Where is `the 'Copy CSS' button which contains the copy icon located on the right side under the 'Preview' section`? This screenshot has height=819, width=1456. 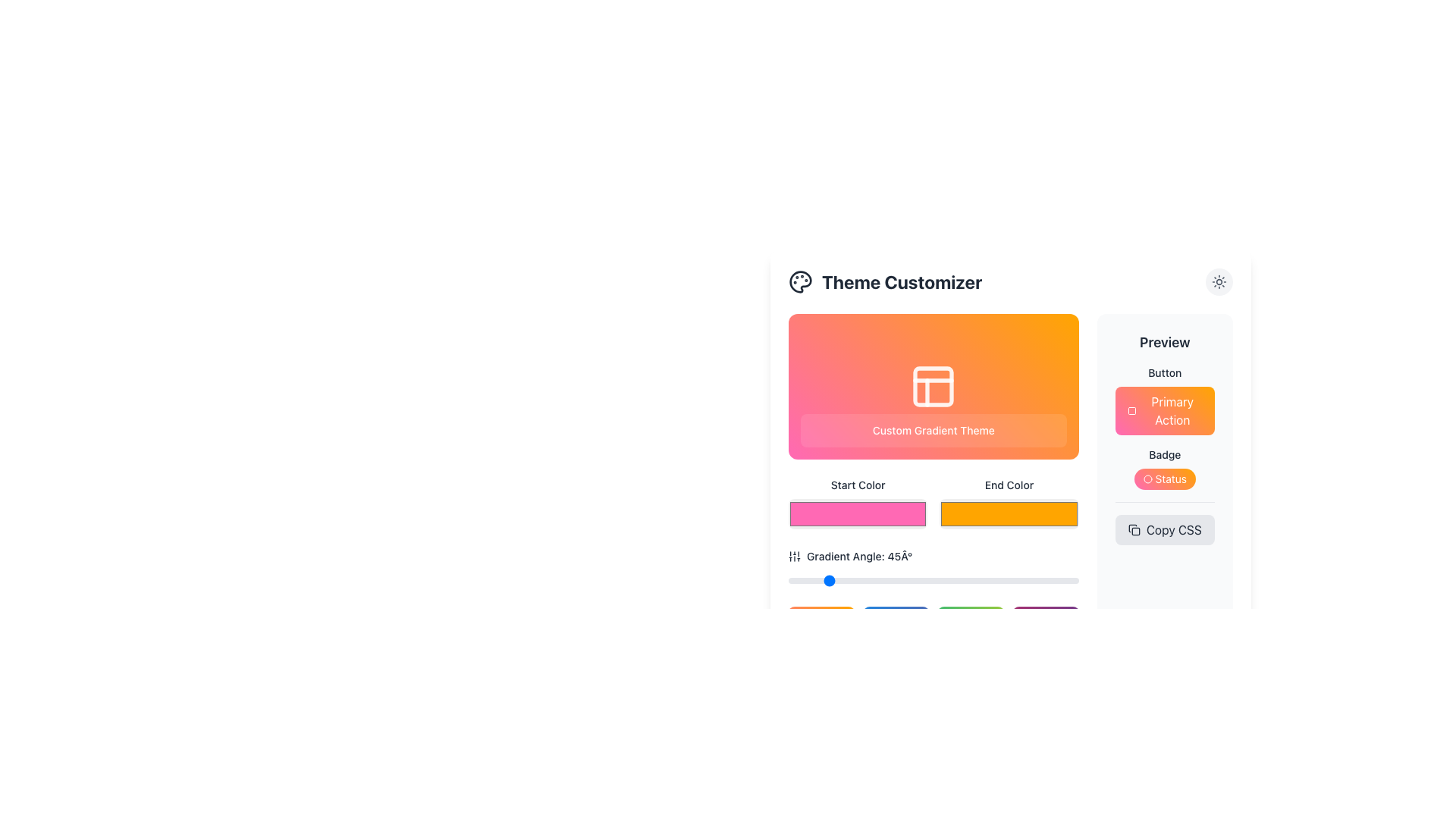
the 'Copy CSS' button which contains the copy icon located on the right side under the 'Preview' section is located at coordinates (1134, 529).